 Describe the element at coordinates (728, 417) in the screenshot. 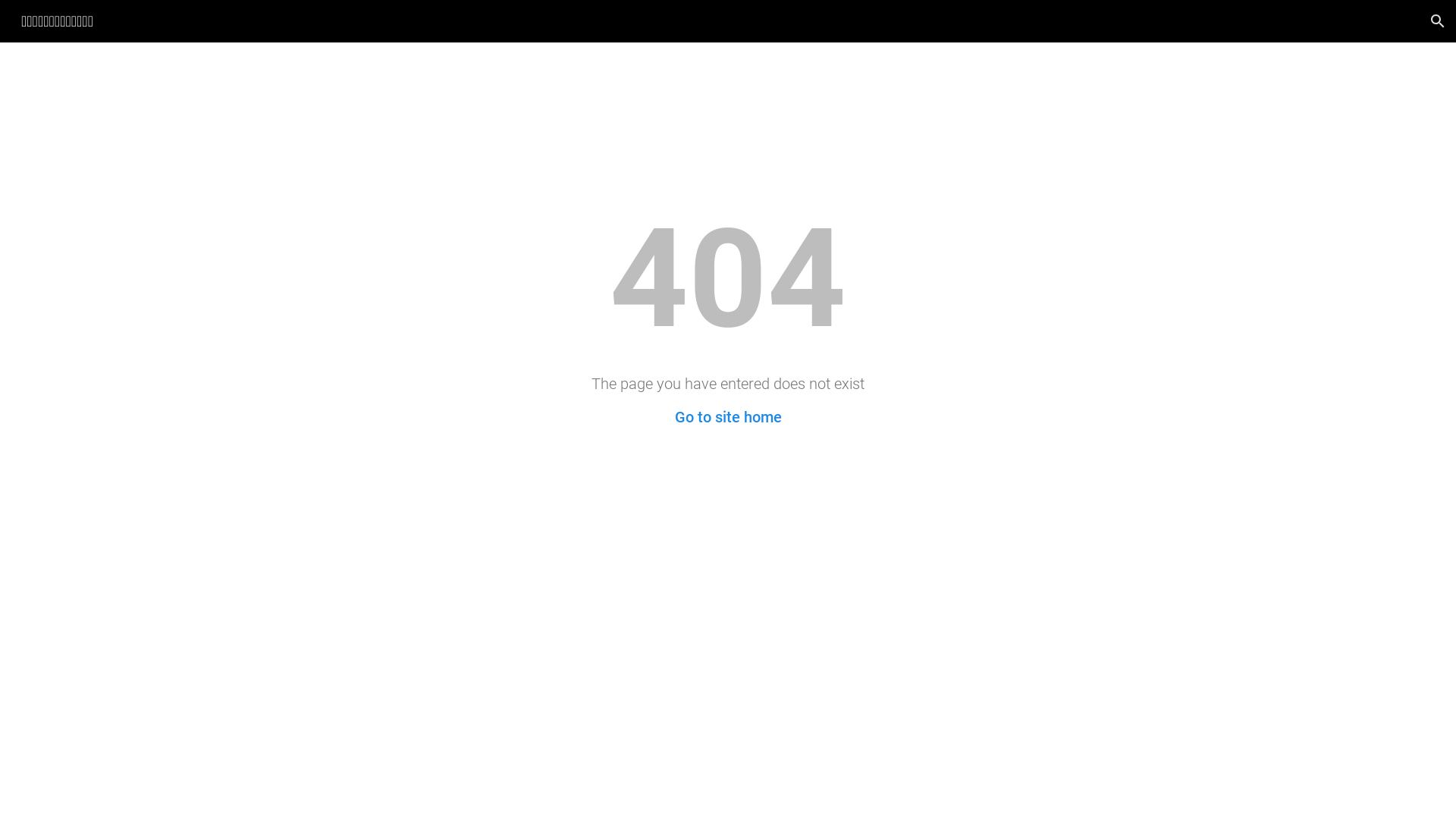

I see `'Go to site home'` at that location.